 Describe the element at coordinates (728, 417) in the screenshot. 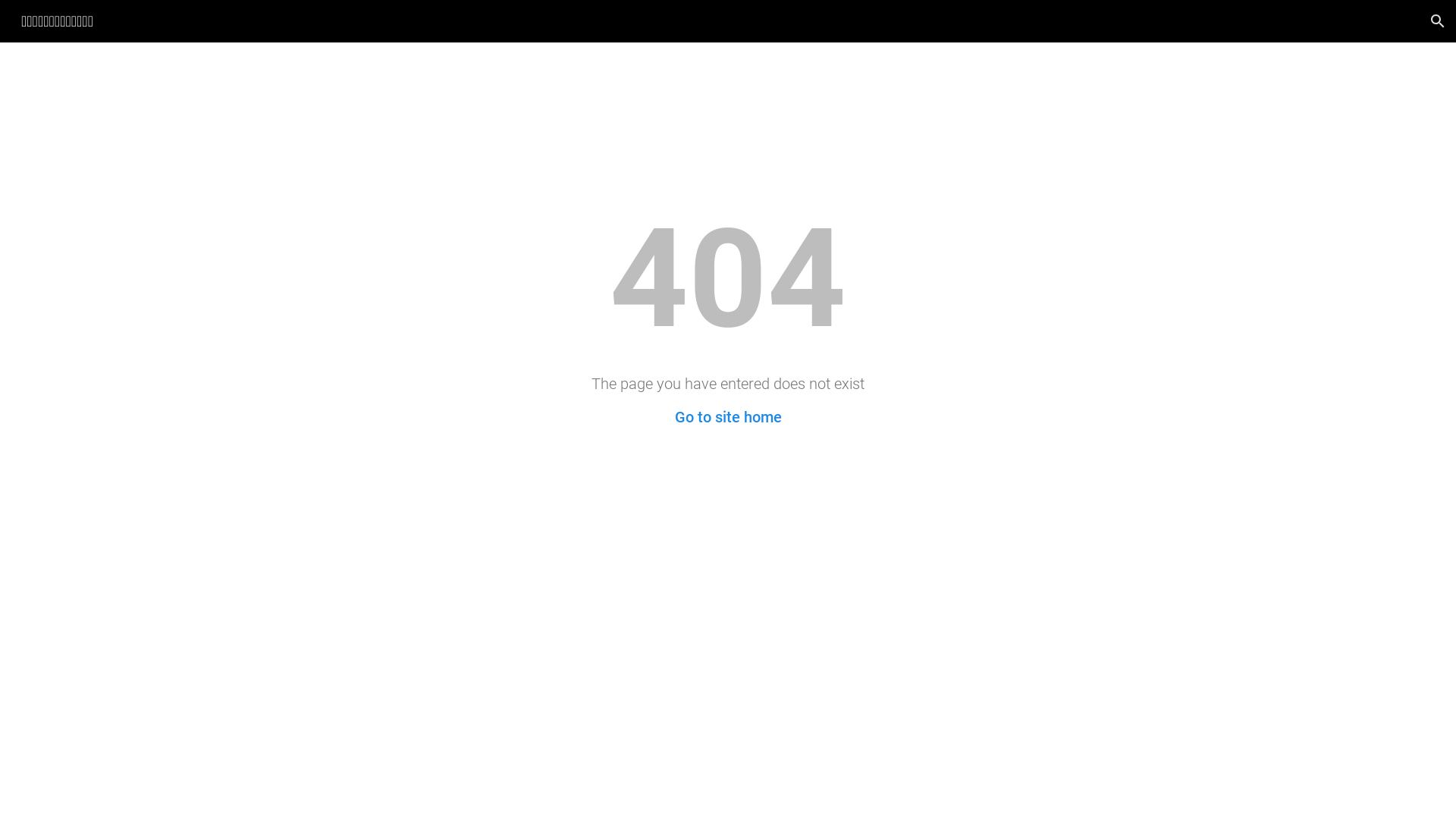

I see `'Go to site home'` at that location.